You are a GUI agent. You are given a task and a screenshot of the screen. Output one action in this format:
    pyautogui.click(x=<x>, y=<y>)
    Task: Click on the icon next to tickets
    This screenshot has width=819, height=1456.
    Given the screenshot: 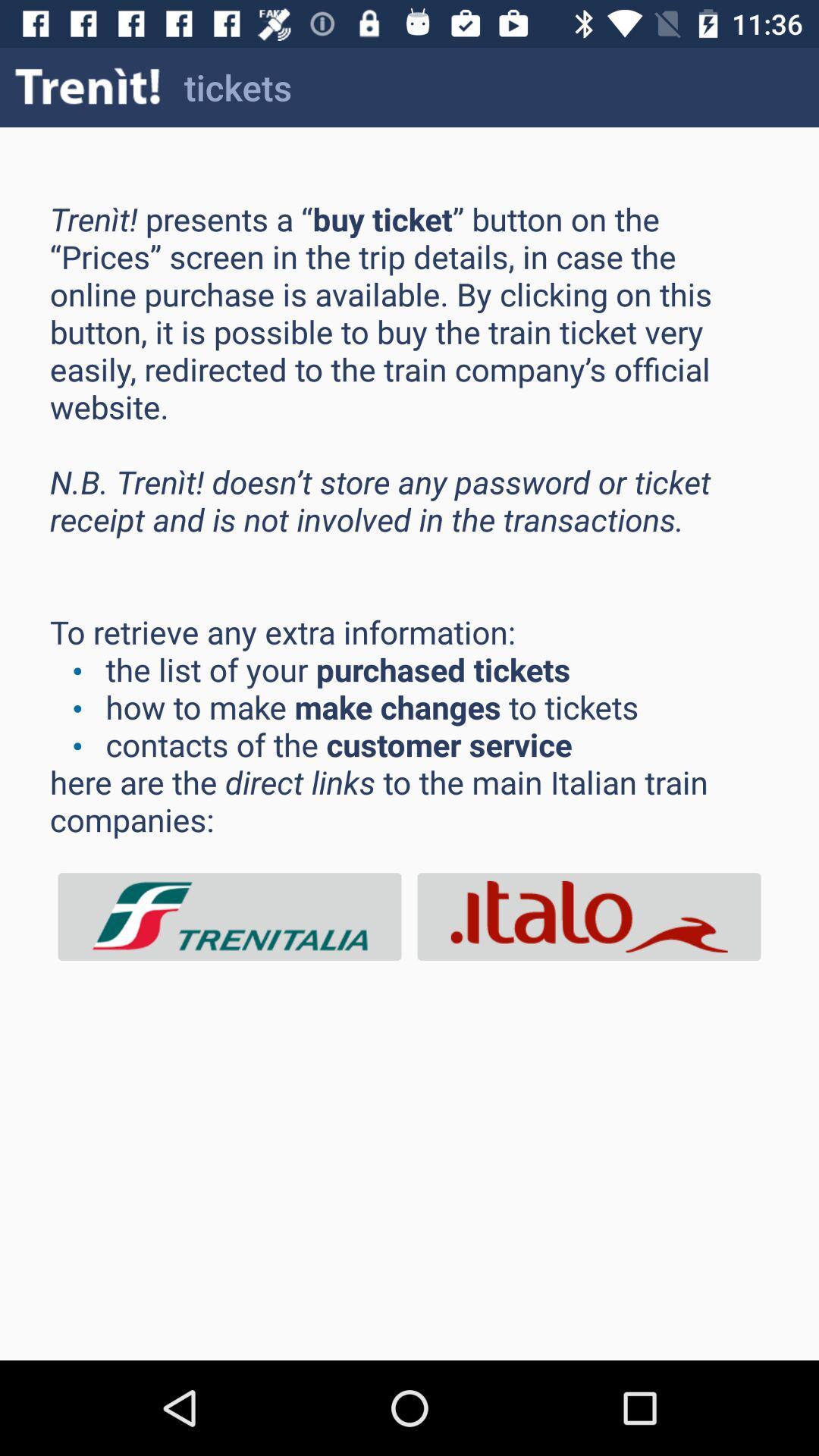 What is the action you would take?
    pyautogui.click(x=88, y=86)
    